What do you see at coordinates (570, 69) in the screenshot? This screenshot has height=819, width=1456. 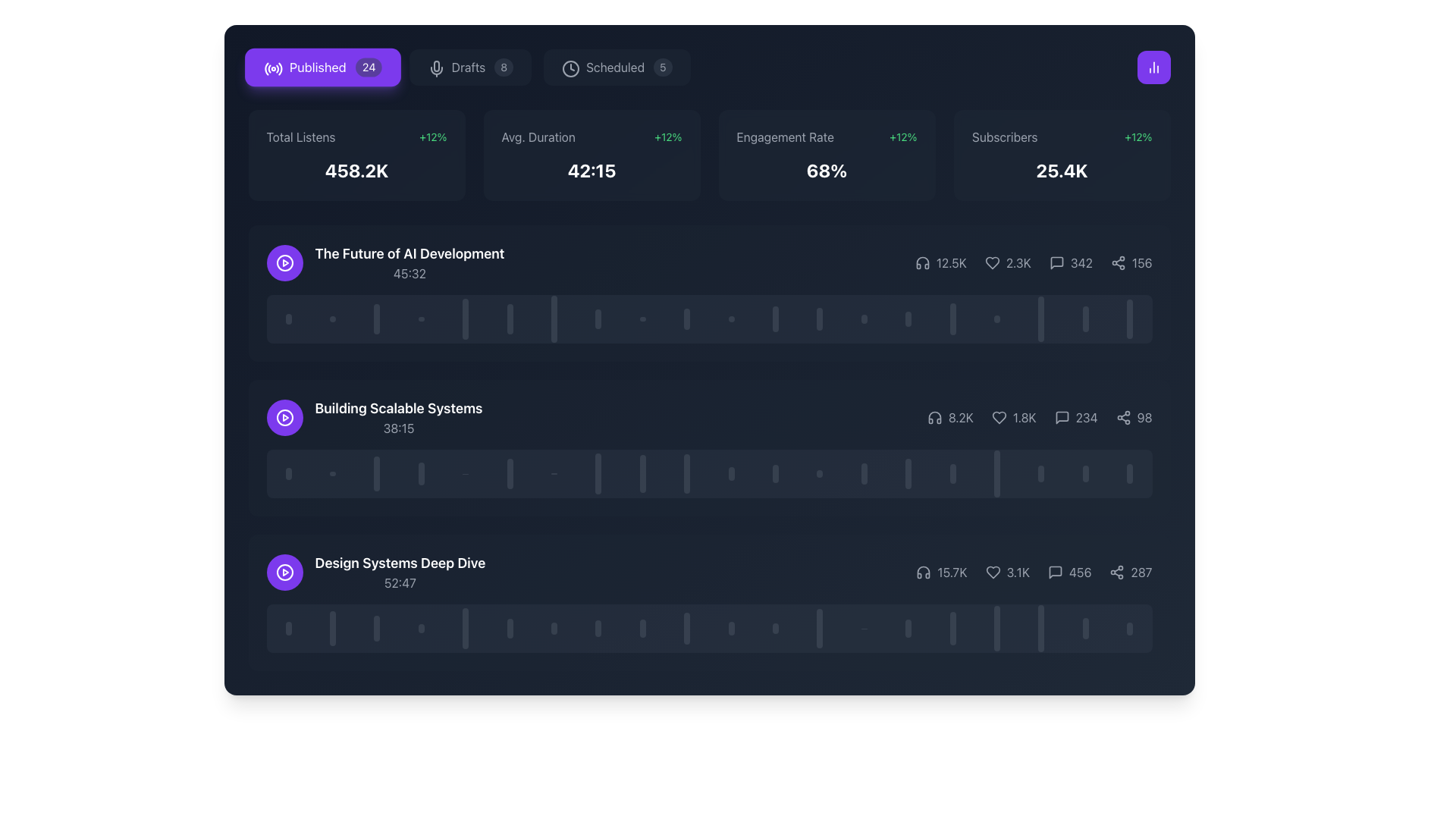 I see `the 'Scheduled' section icon located on the top navigation bar` at bounding box center [570, 69].